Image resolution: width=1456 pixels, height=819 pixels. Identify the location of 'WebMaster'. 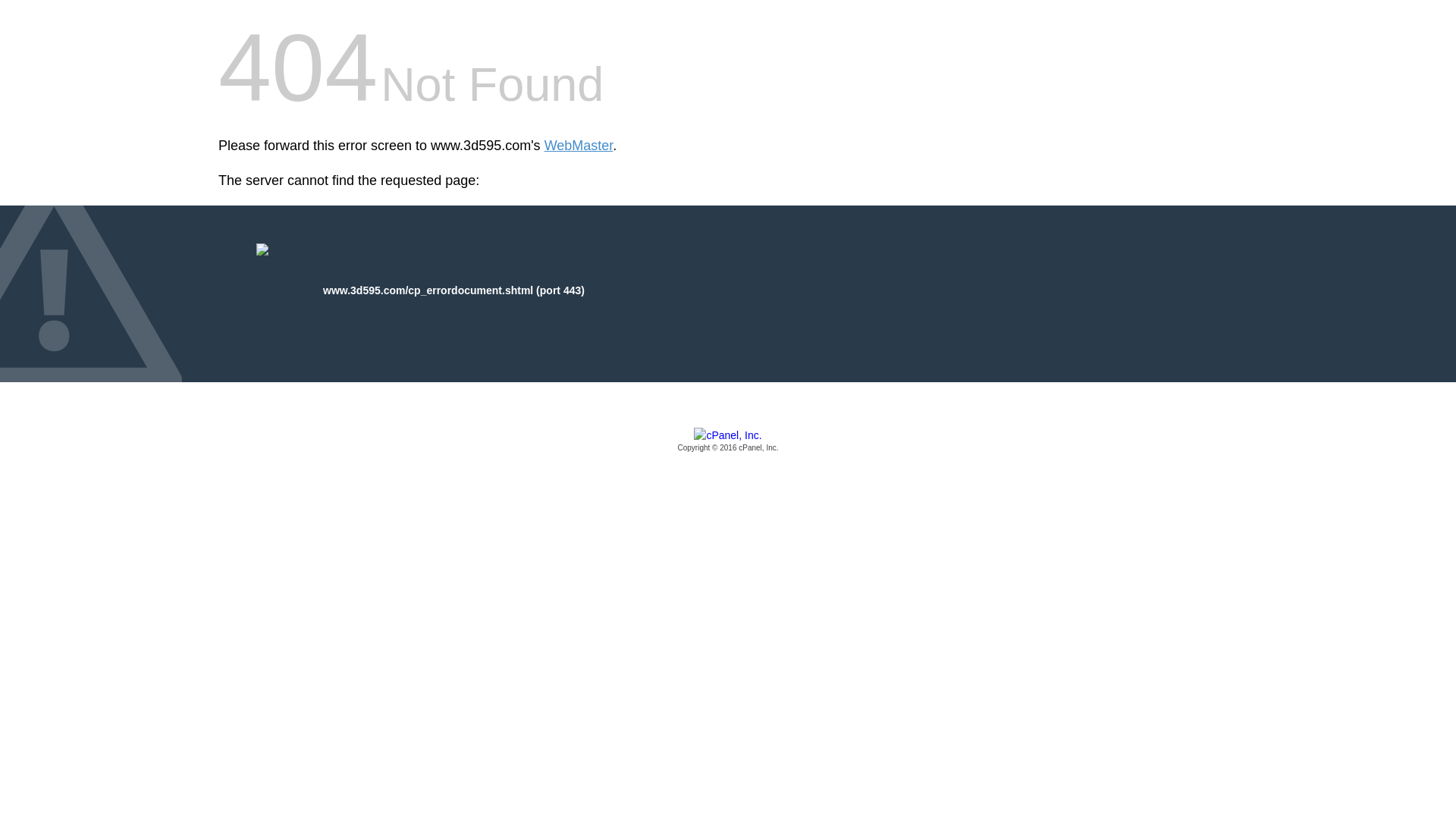
(578, 146).